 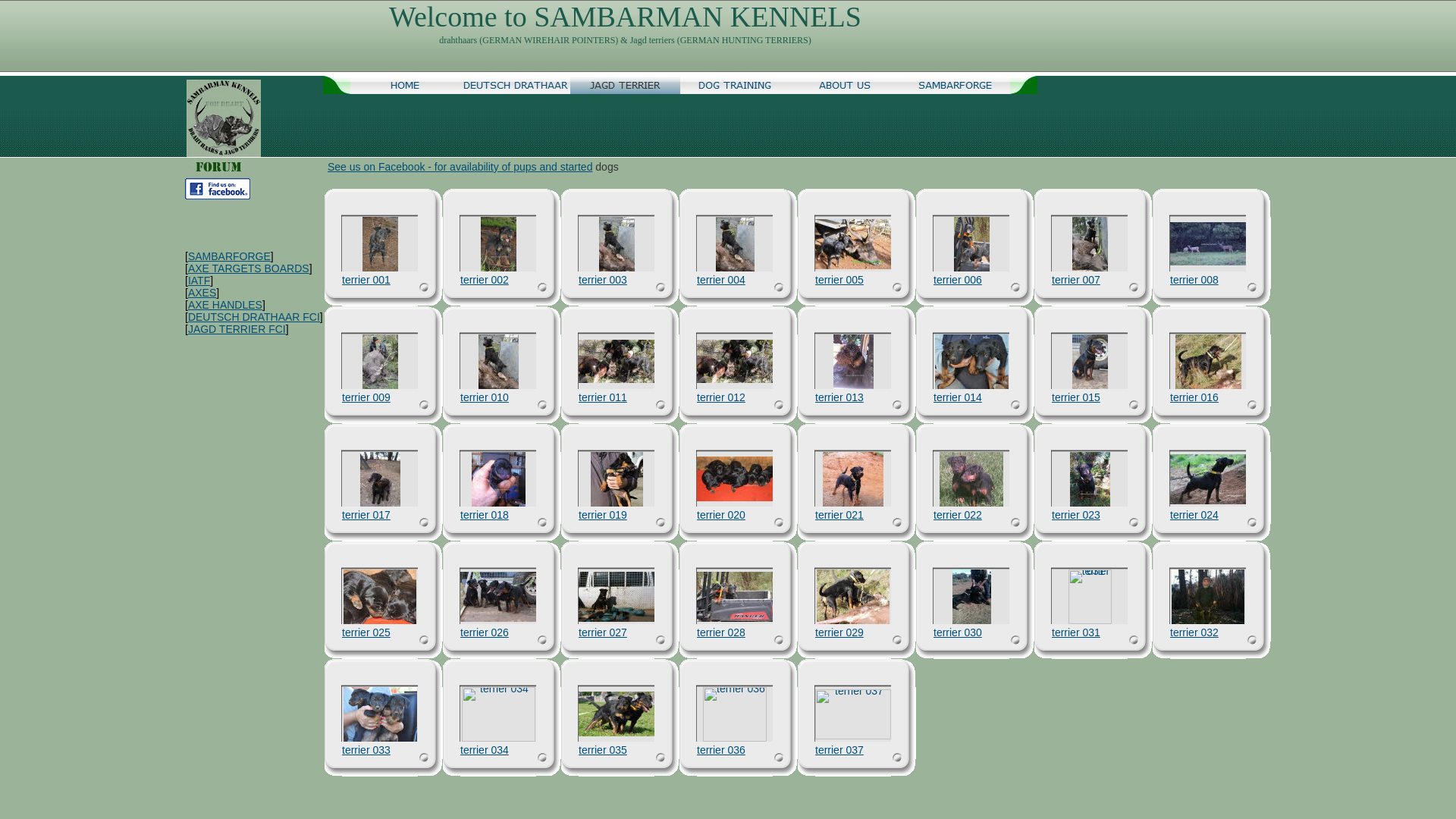 What do you see at coordinates (720, 632) in the screenshot?
I see `'terrier 028'` at bounding box center [720, 632].